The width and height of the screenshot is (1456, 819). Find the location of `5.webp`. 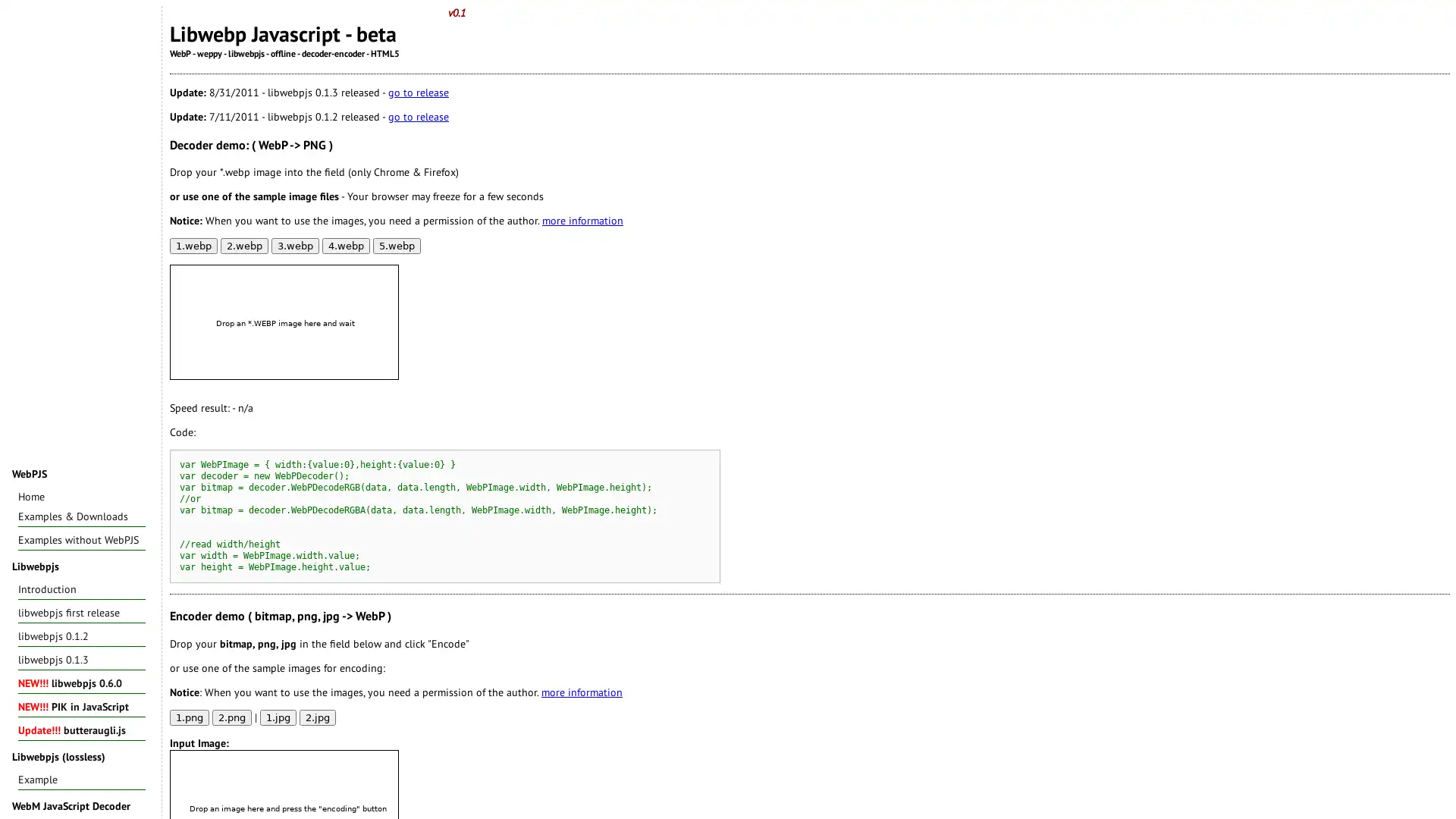

5.webp is located at coordinates (397, 245).